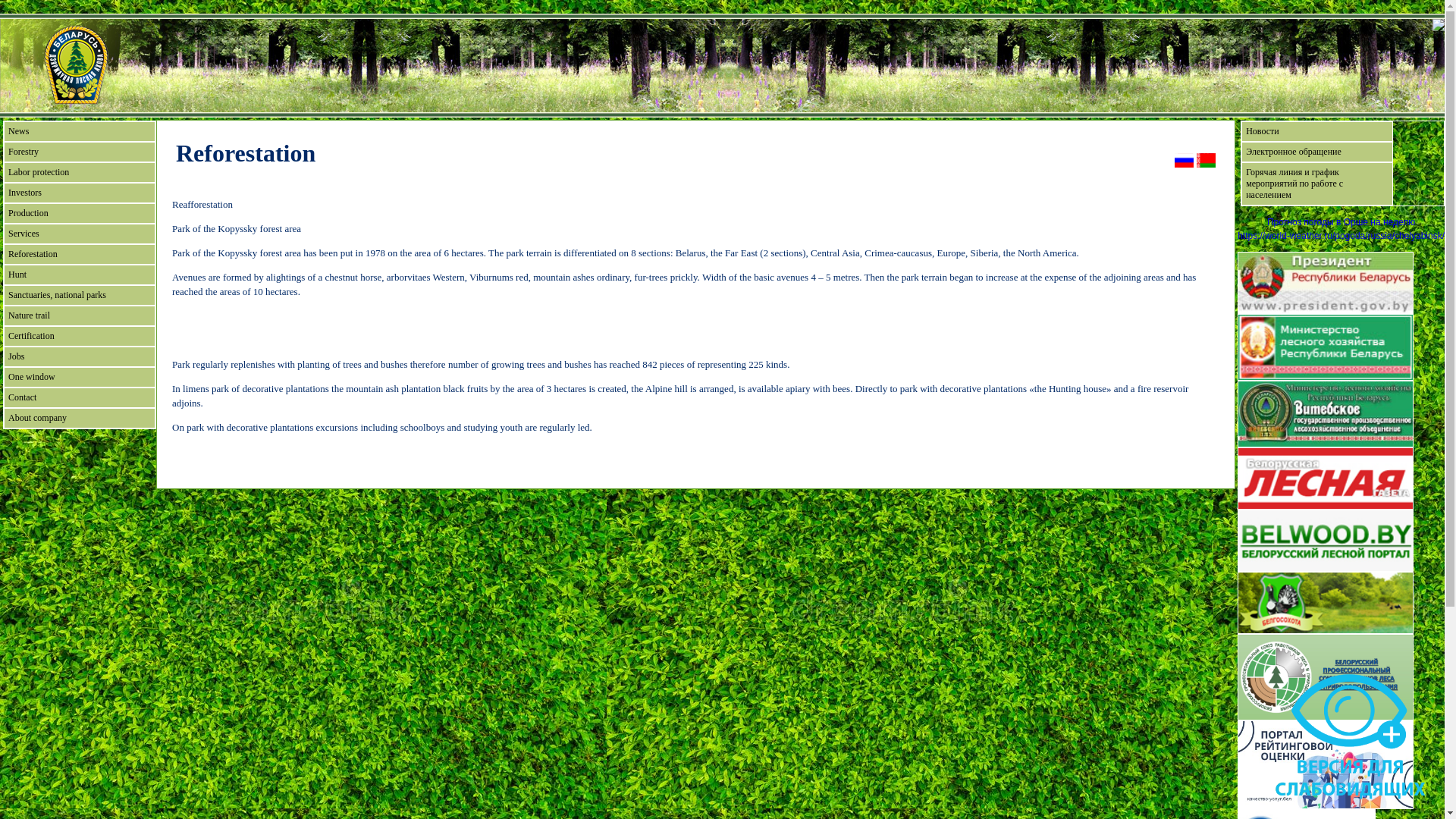 This screenshot has height=819, width=1456. I want to click on 'About company', so click(79, 418).